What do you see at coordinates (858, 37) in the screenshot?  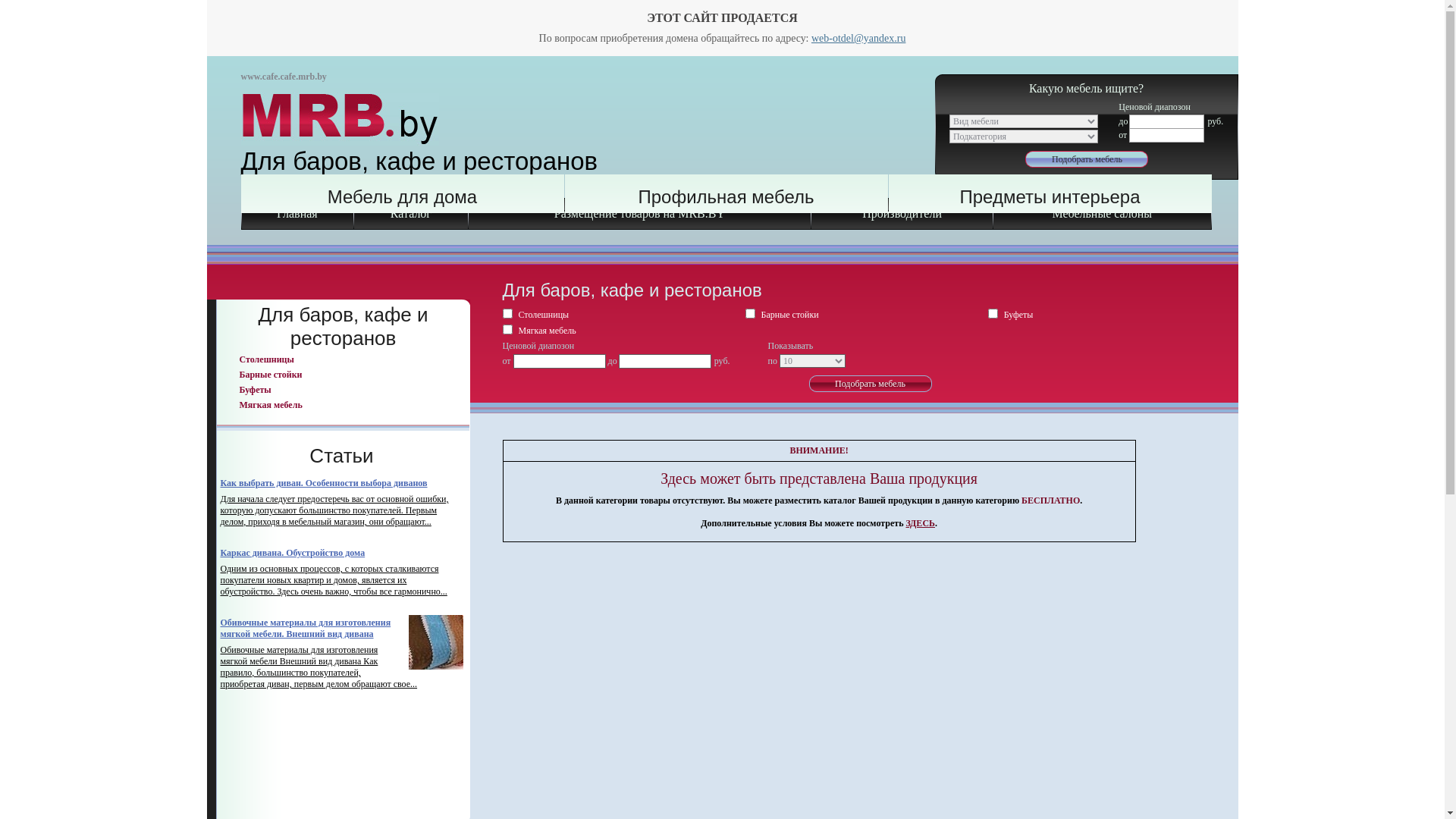 I see `'web-otdel@yandex.ru'` at bounding box center [858, 37].